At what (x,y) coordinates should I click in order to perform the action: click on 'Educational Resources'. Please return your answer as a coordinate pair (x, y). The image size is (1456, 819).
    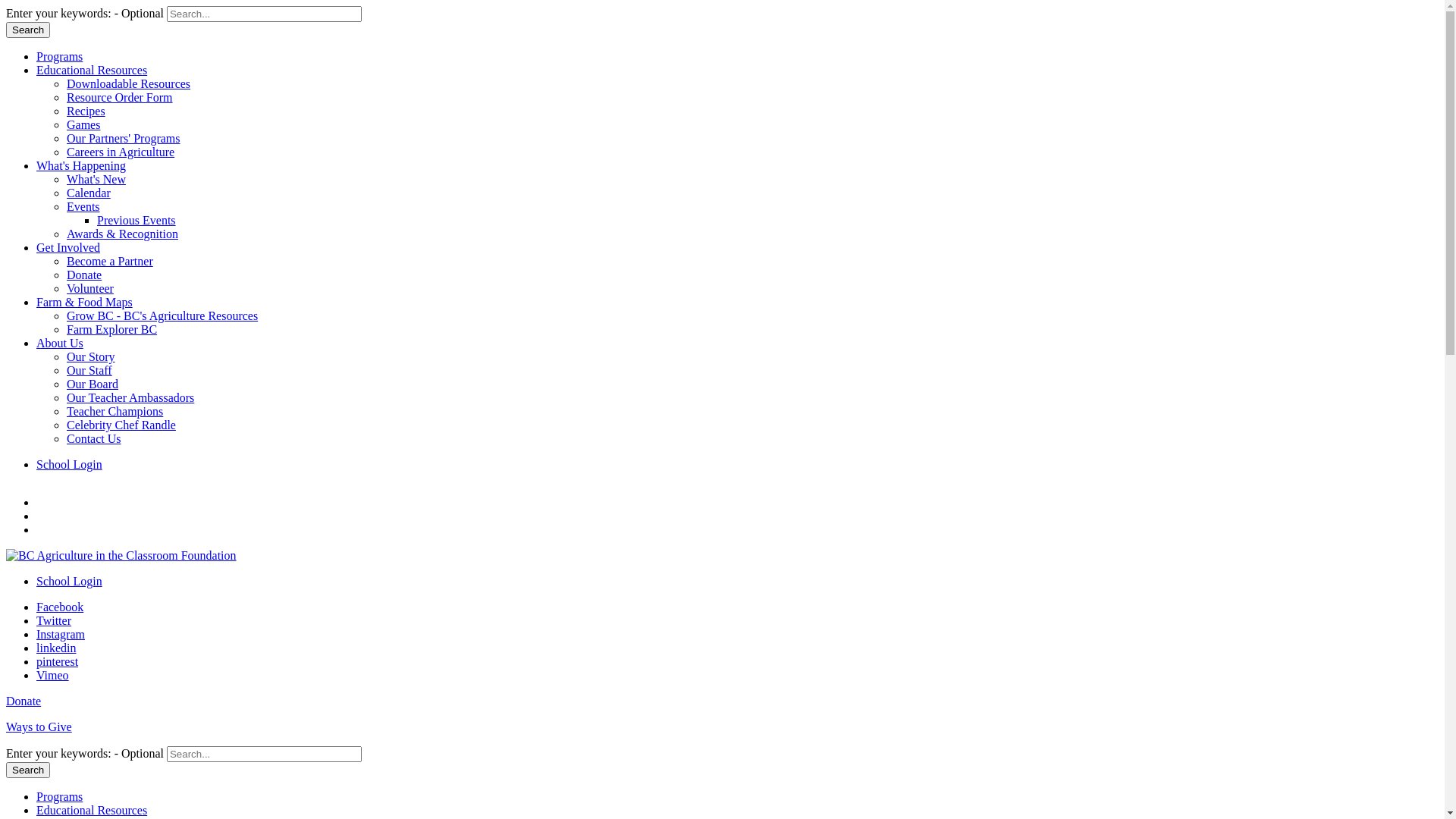
    Looking at the image, I should click on (90, 809).